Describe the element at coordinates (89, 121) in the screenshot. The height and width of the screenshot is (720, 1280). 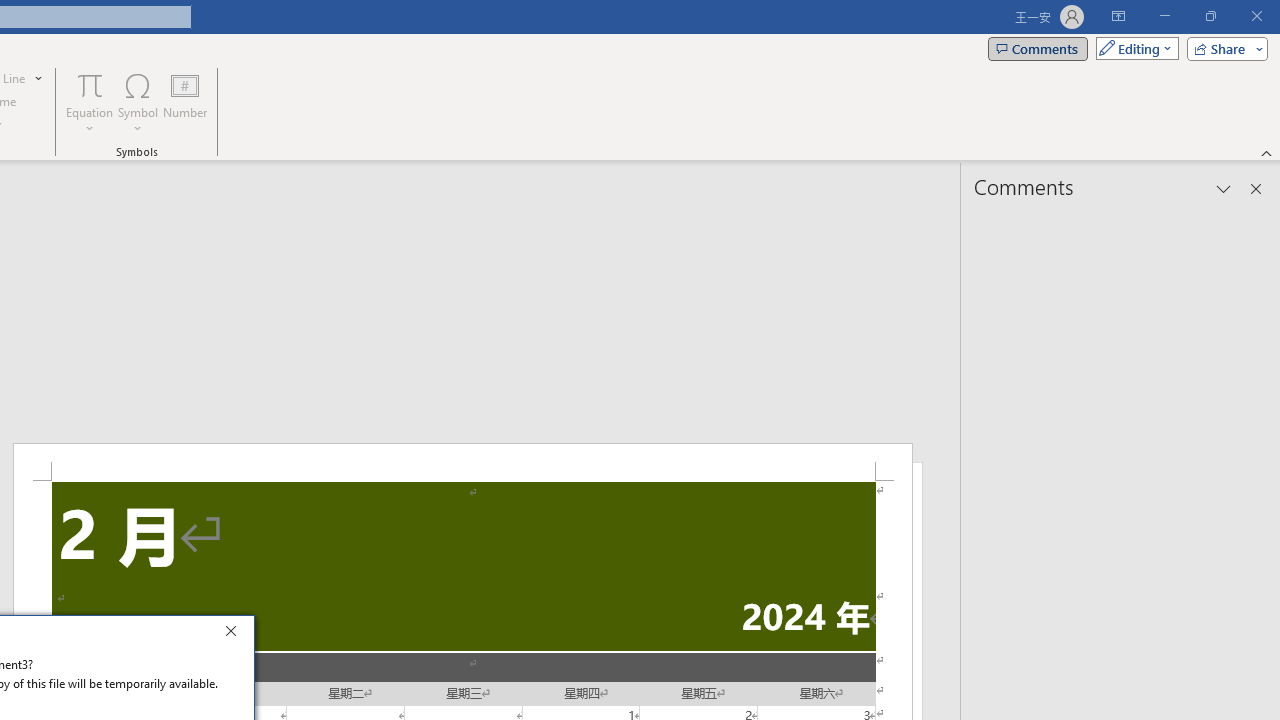
I see `'More Options'` at that location.